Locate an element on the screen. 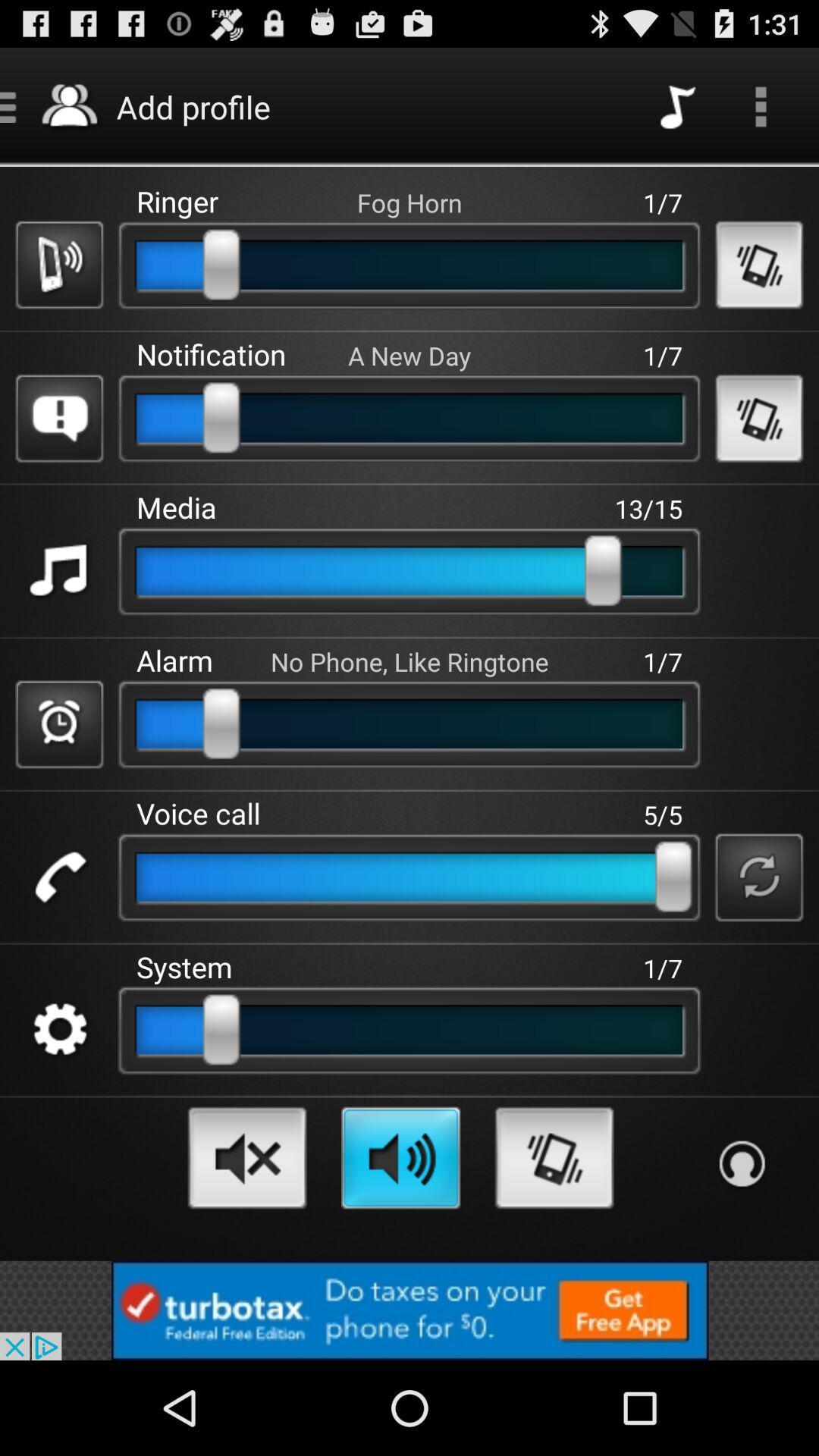 This screenshot has width=819, height=1456. vibration on or off is located at coordinates (759, 265).